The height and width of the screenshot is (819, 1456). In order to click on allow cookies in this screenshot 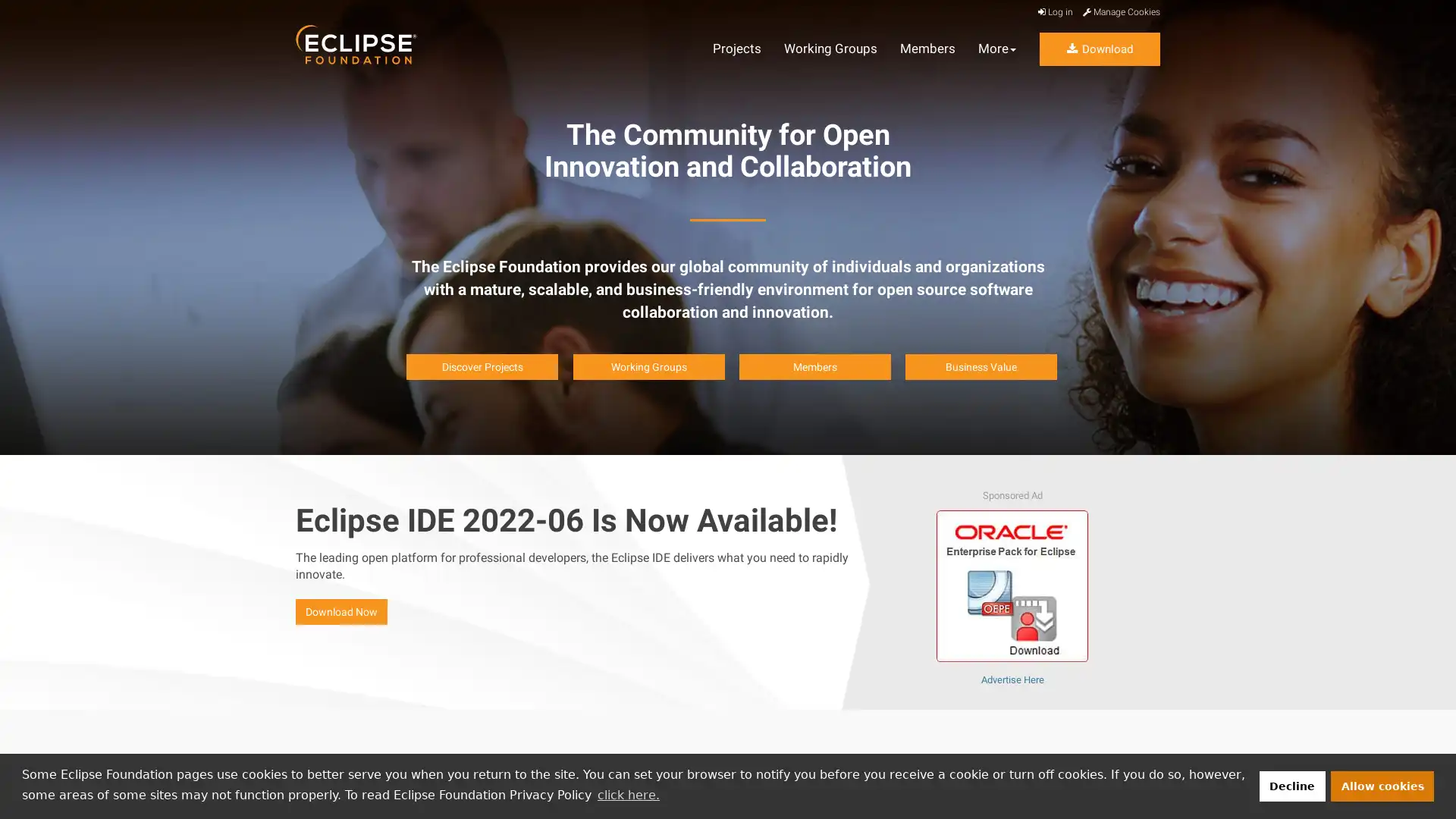, I will do `click(1382, 785)`.